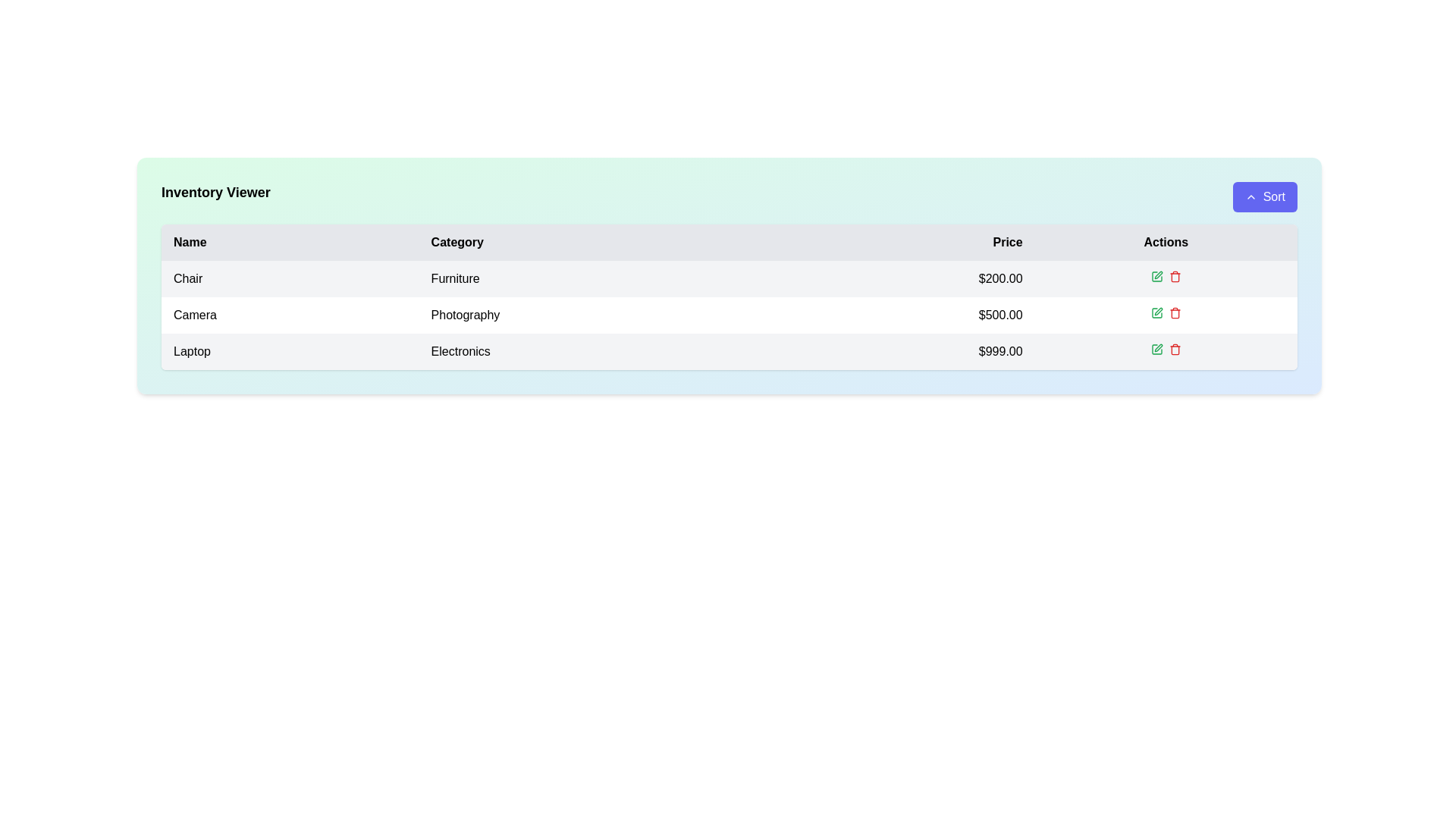  Describe the element at coordinates (1156, 350) in the screenshot. I see `the square icon representing an editing feature in the 'Actions' column of the 'Laptop' entry` at that location.